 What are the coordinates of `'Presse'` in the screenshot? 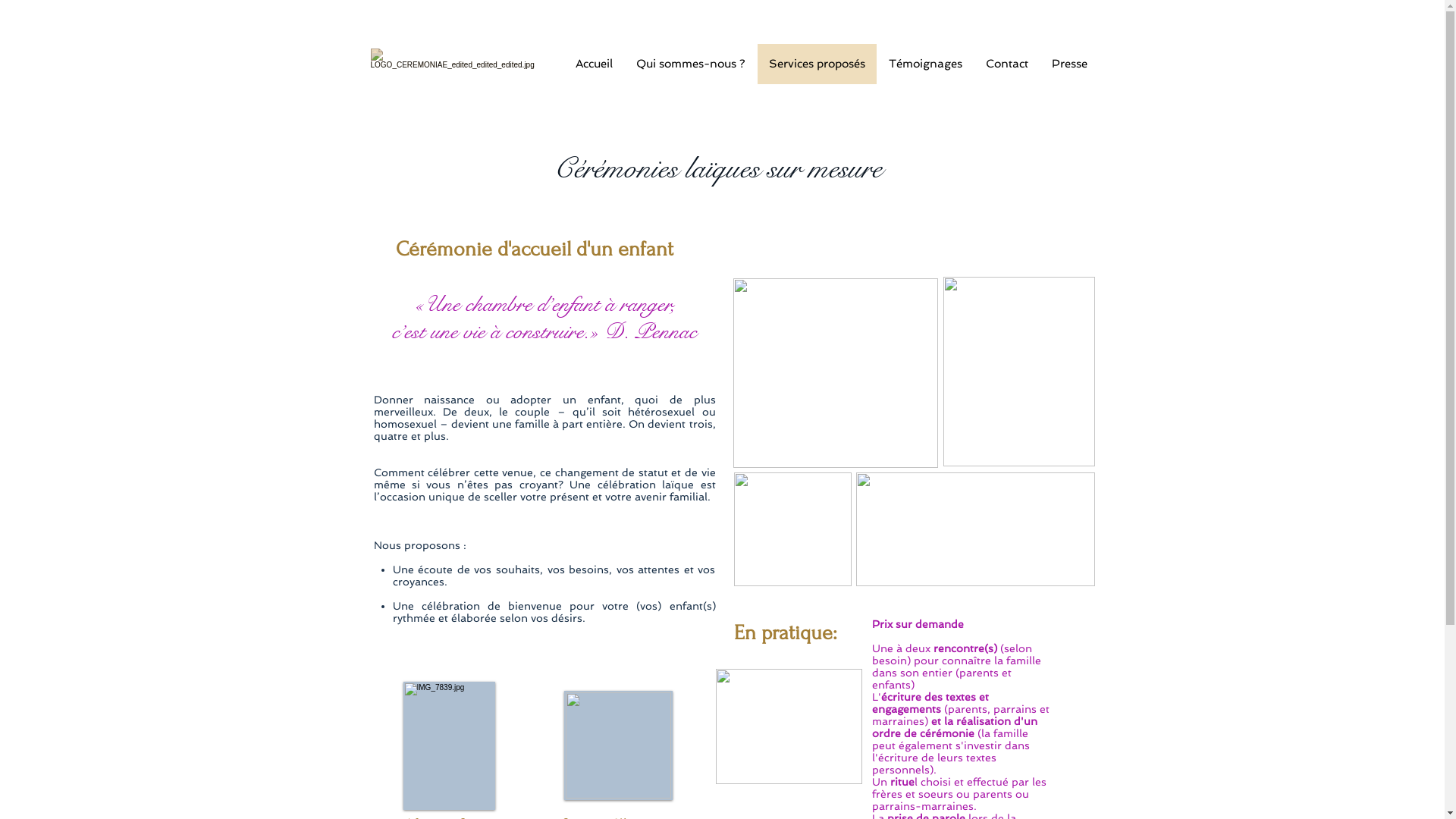 It's located at (1068, 63).